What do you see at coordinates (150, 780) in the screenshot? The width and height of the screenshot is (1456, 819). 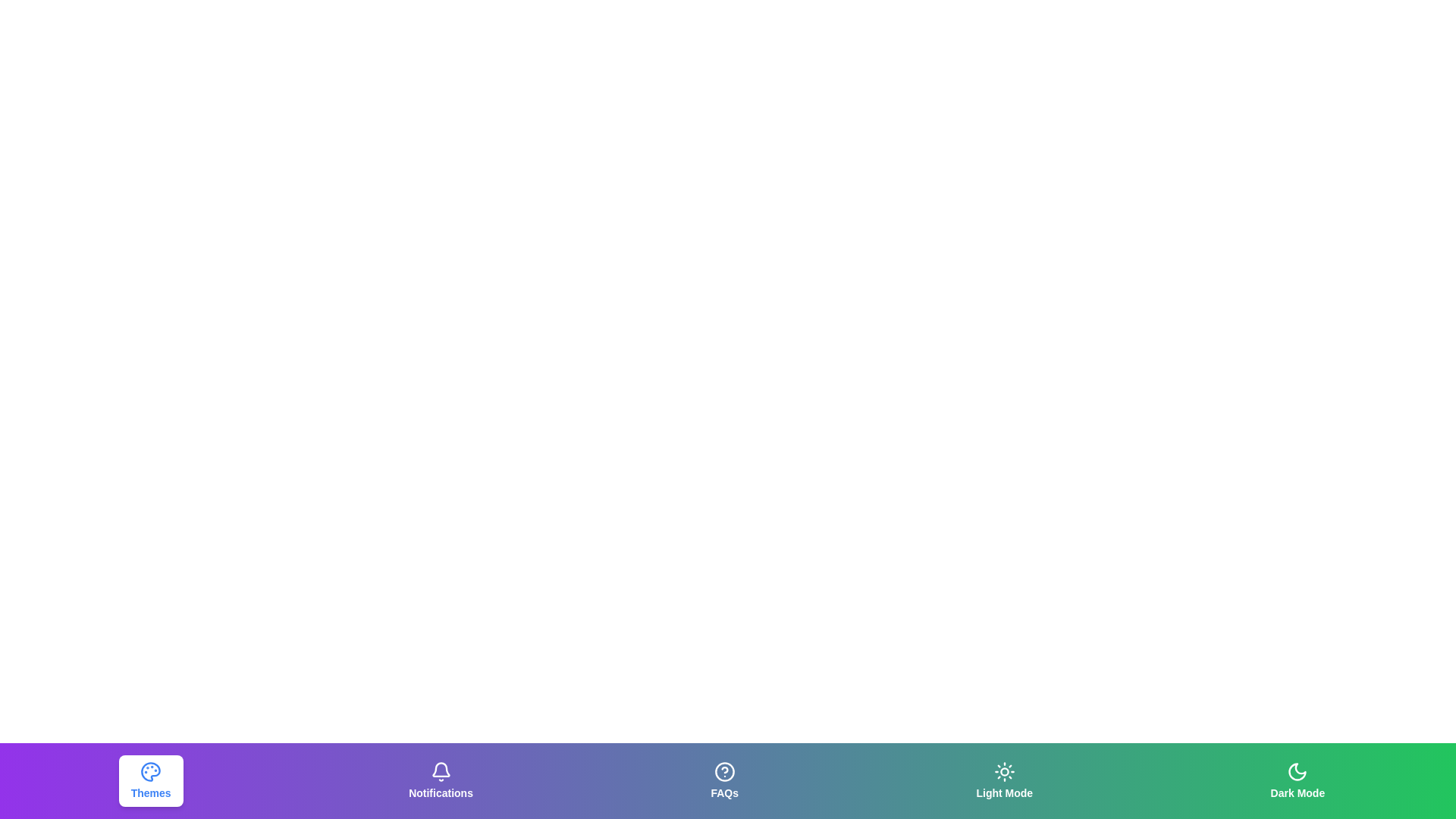 I see `the tab labeled Themes to select it` at bounding box center [150, 780].